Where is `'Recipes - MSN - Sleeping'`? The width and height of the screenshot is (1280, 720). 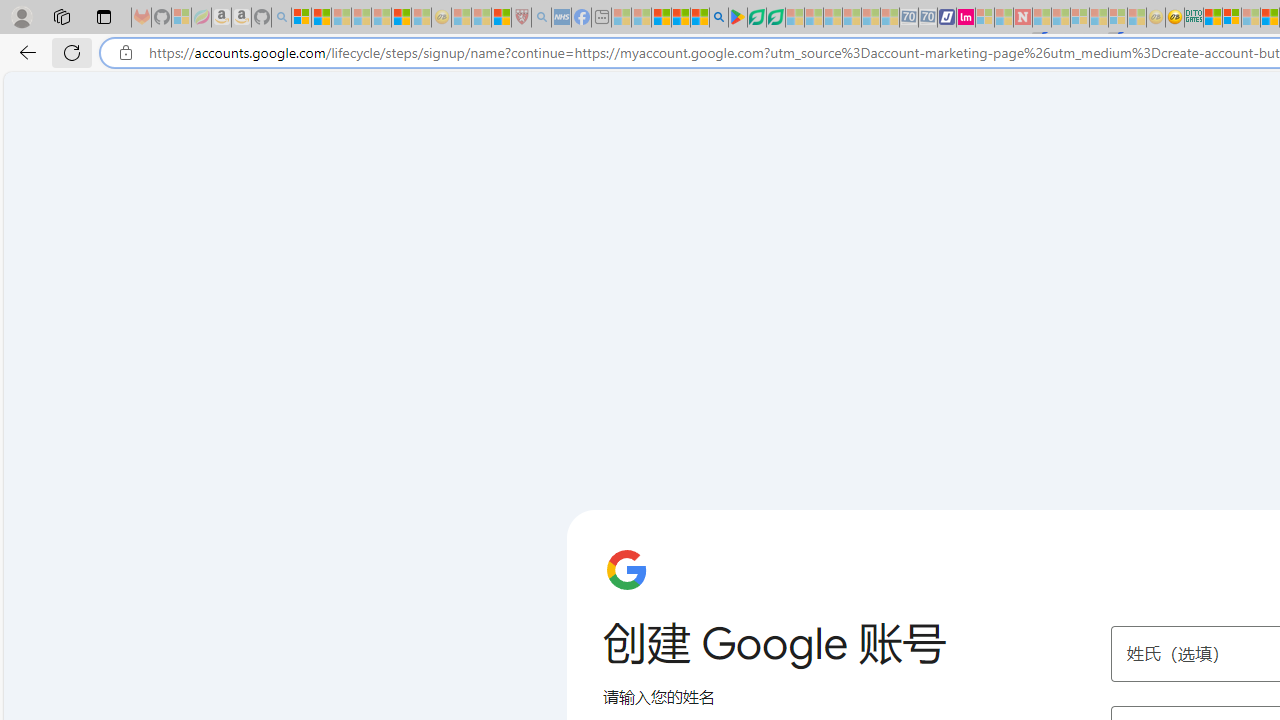
'Recipes - MSN - Sleeping' is located at coordinates (460, 17).